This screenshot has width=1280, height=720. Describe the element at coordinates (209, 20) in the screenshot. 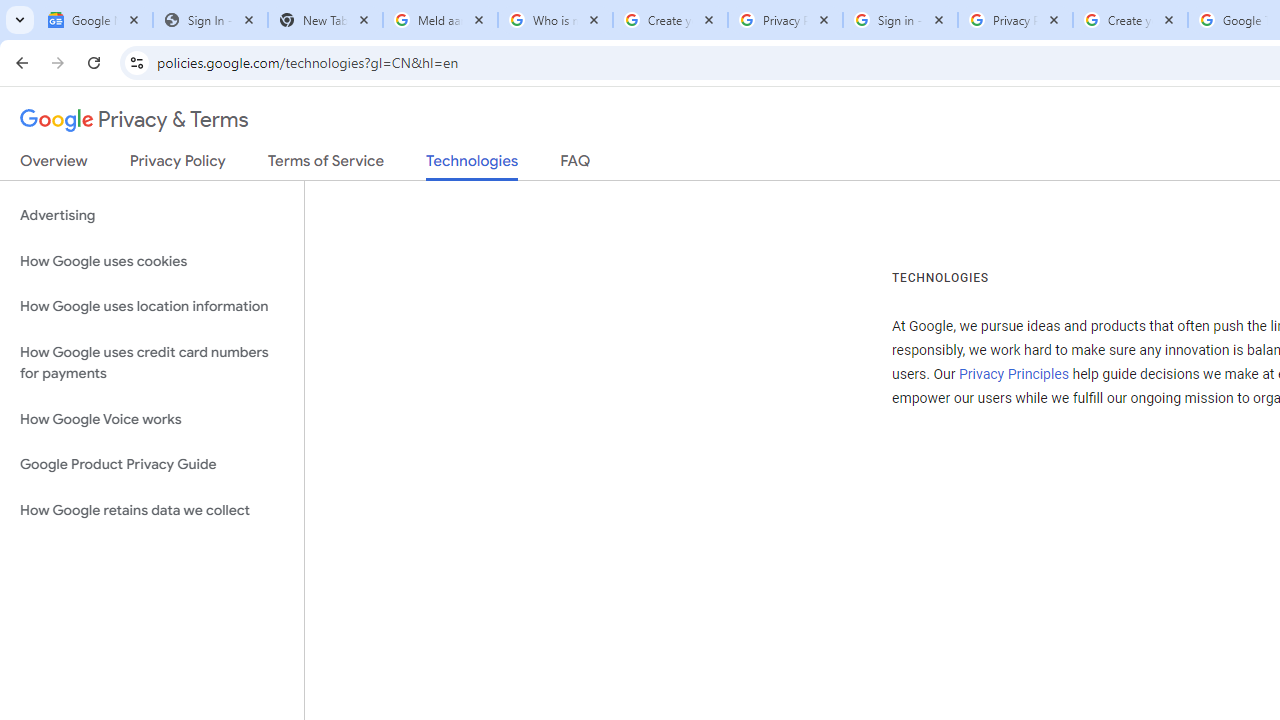

I see `'Sign In - USA TODAY'` at that location.